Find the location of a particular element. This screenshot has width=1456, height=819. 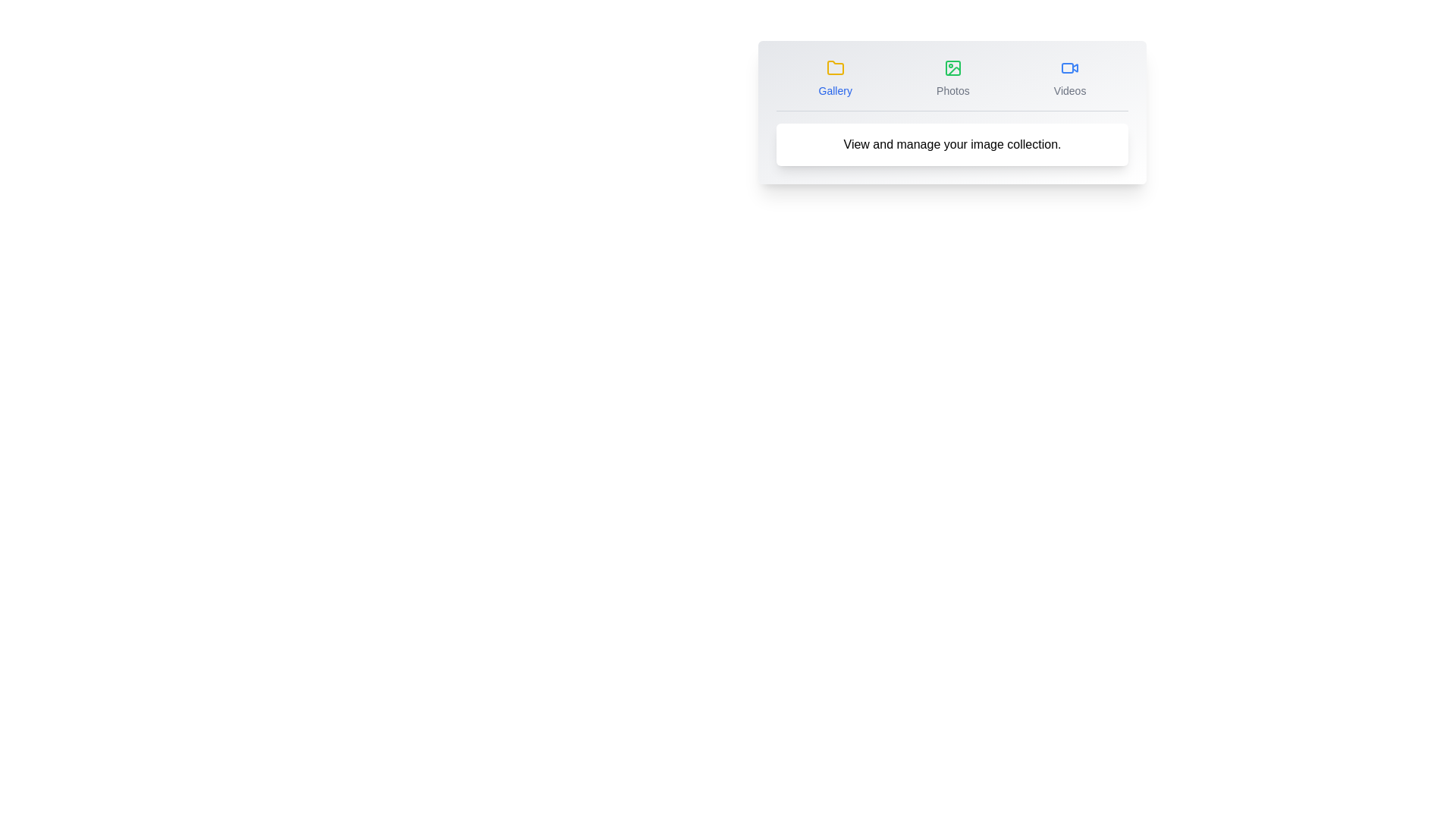

the Videos tab is located at coordinates (1069, 79).